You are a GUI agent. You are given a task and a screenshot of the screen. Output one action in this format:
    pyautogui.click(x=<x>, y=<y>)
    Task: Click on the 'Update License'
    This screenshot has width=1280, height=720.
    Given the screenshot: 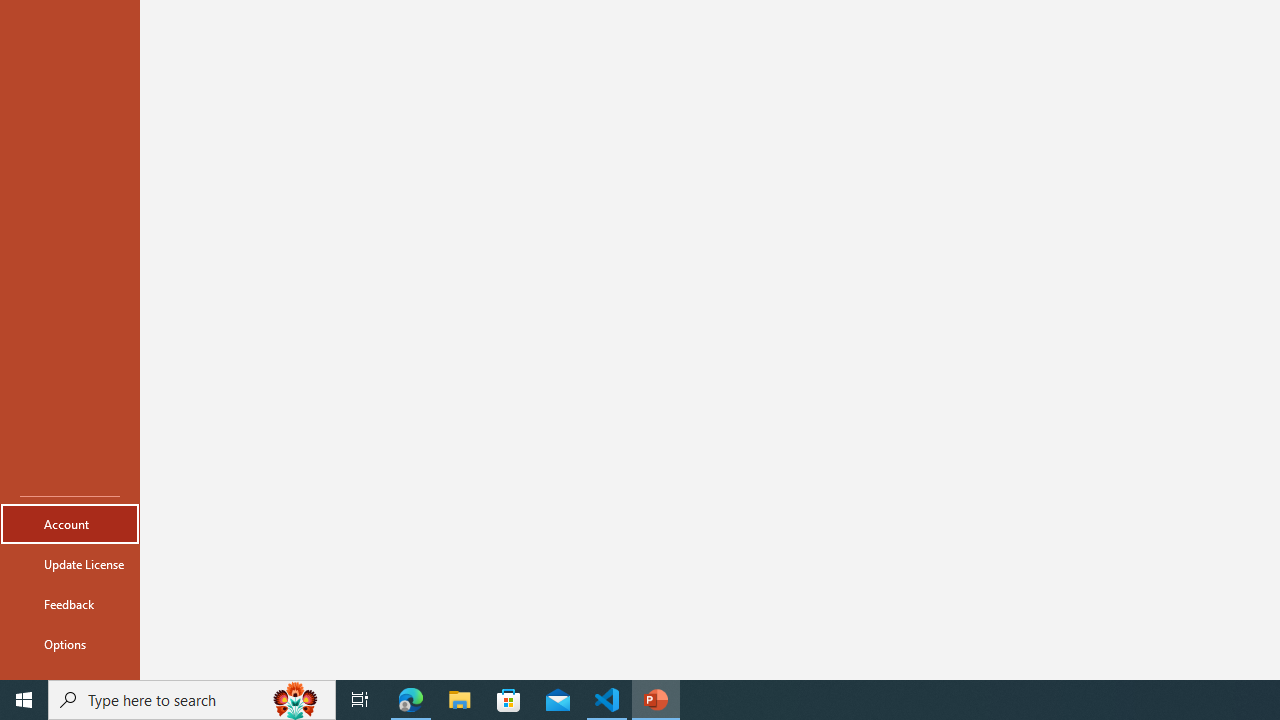 What is the action you would take?
    pyautogui.click(x=69, y=564)
    